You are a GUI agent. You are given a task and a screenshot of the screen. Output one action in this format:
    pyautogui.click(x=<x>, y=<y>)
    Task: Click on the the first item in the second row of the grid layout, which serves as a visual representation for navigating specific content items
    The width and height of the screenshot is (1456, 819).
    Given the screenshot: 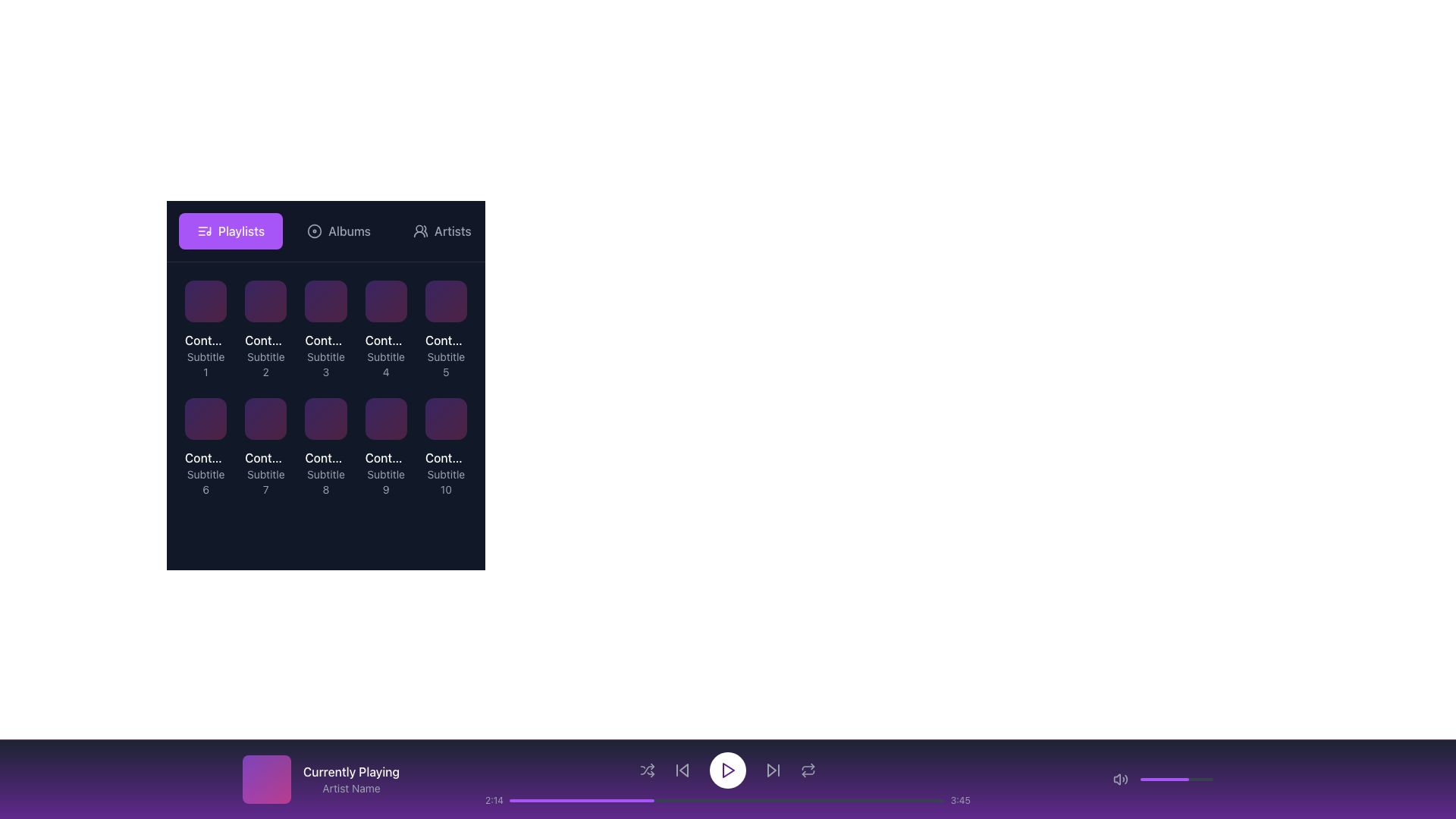 What is the action you would take?
    pyautogui.click(x=445, y=301)
    